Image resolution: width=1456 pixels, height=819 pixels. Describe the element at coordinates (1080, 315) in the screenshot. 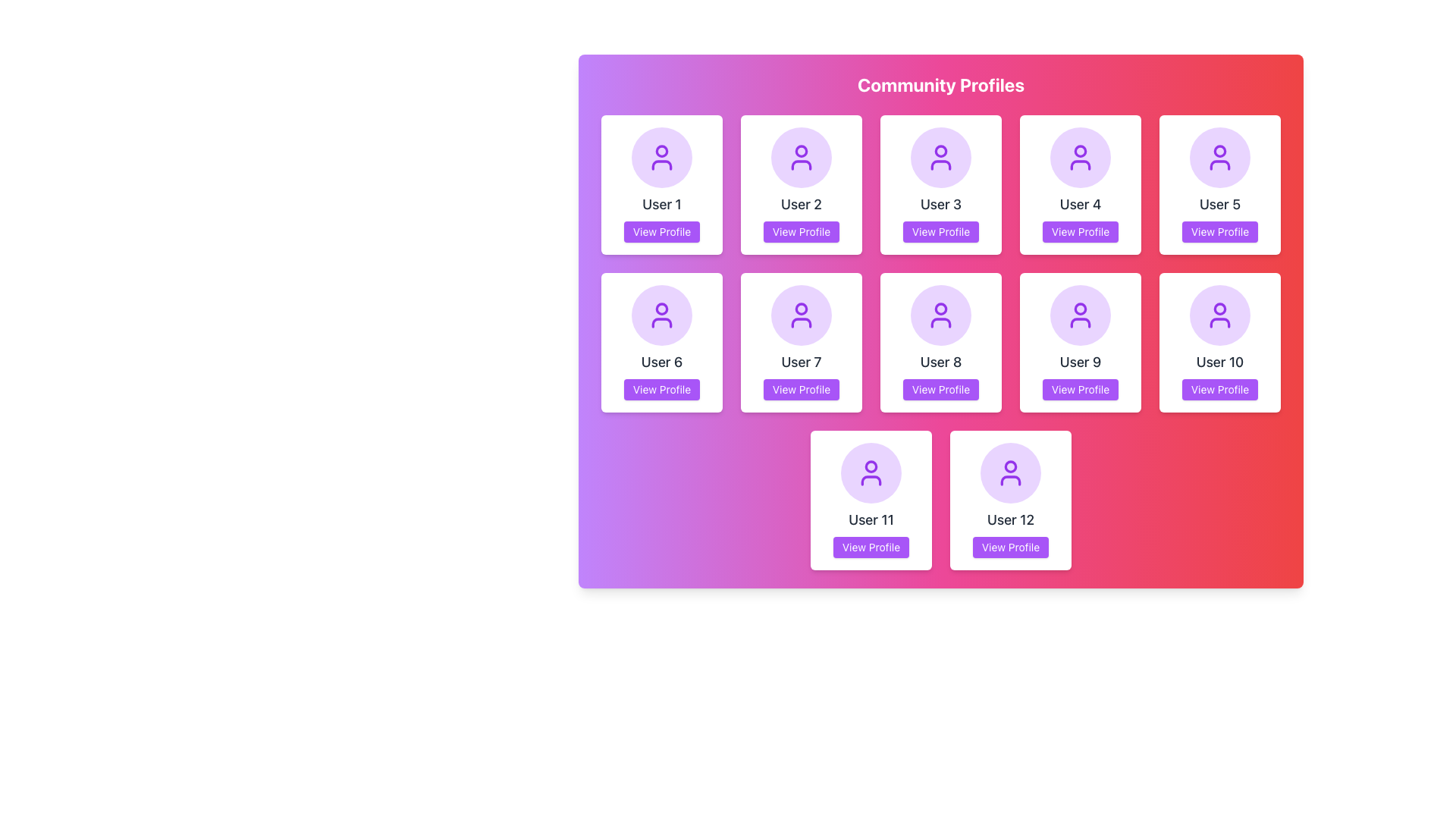

I see `the user profile icon for 'User 9', which is a circular placeholder with a purple background and a simplified human figure in the center, located in the middle section of its card in the grid` at that location.